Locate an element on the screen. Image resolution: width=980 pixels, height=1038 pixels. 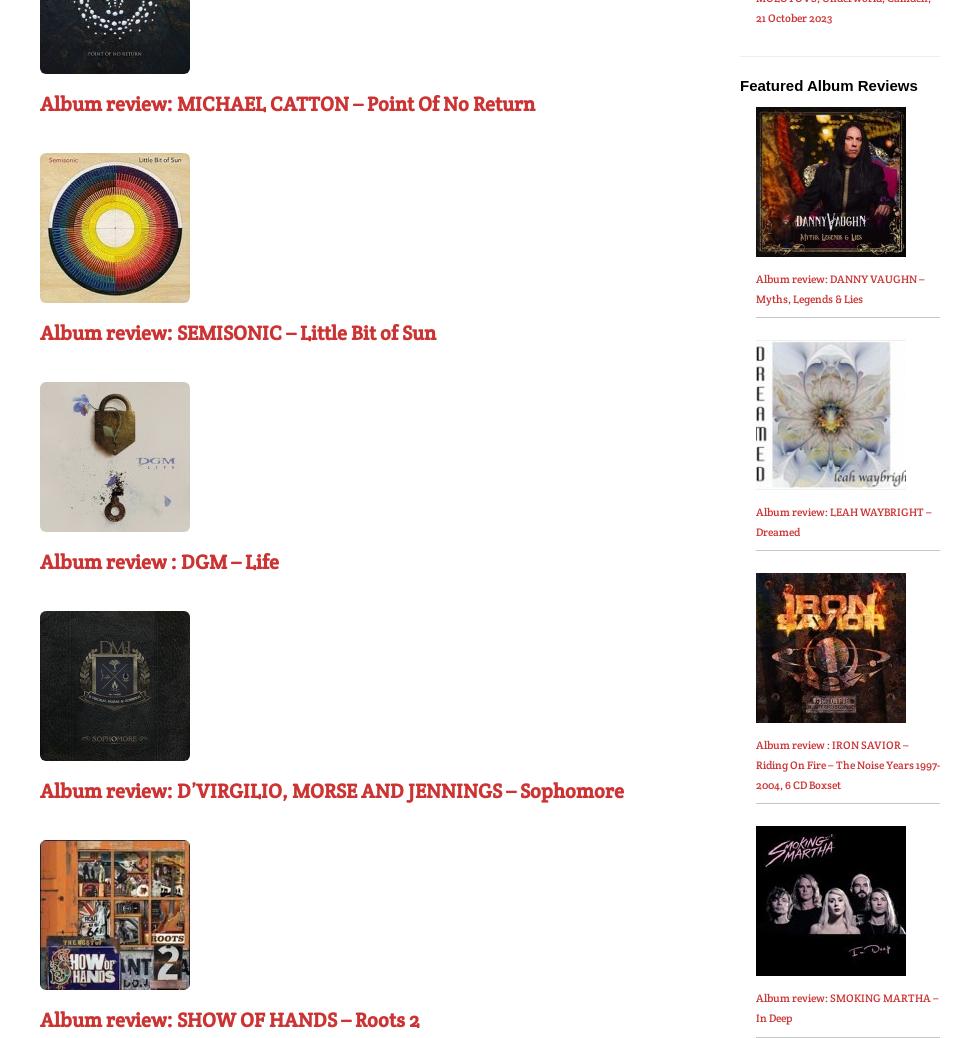
'Album review : DGM – Life' is located at coordinates (39, 560).